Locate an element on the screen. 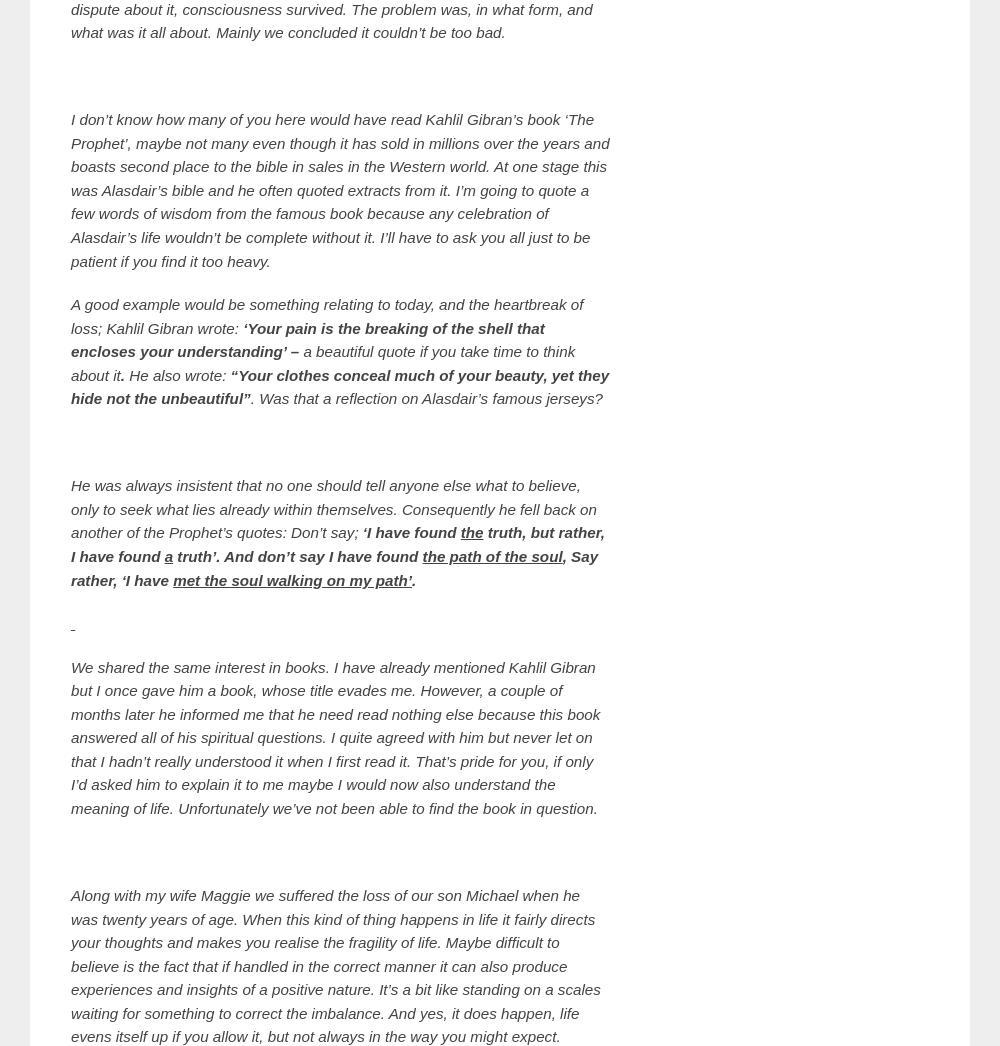  'A good example would be something relating to today, and the heartbreak of loss; Kahlil Gibran wrote:' is located at coordinates (326, 314).